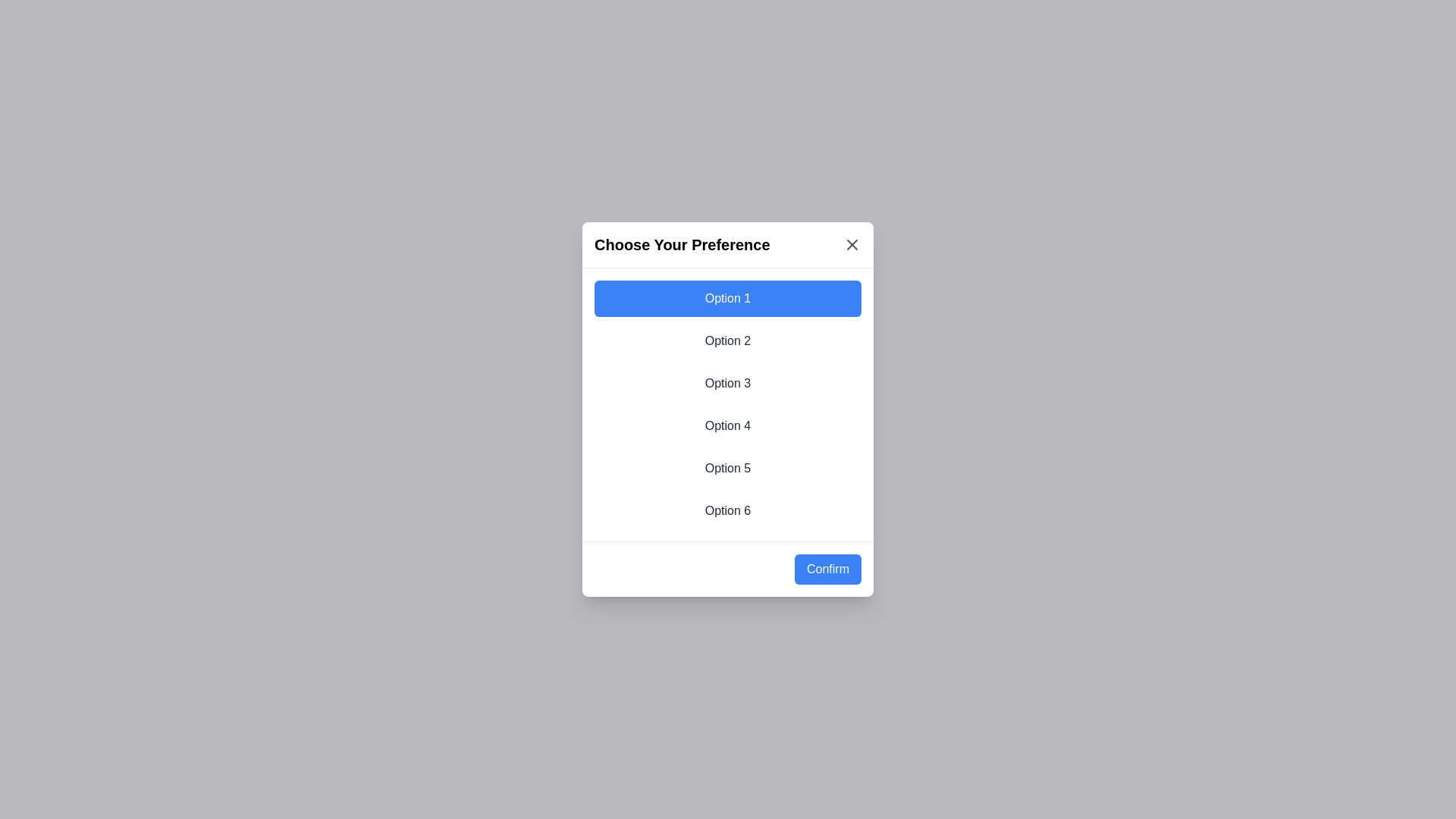 The height and width of the screenshot is (819, 1456). Describe the element at coordinates (827, 570) in the screenshot. I see `'Confirm' button to confirm the selected option` at that location.